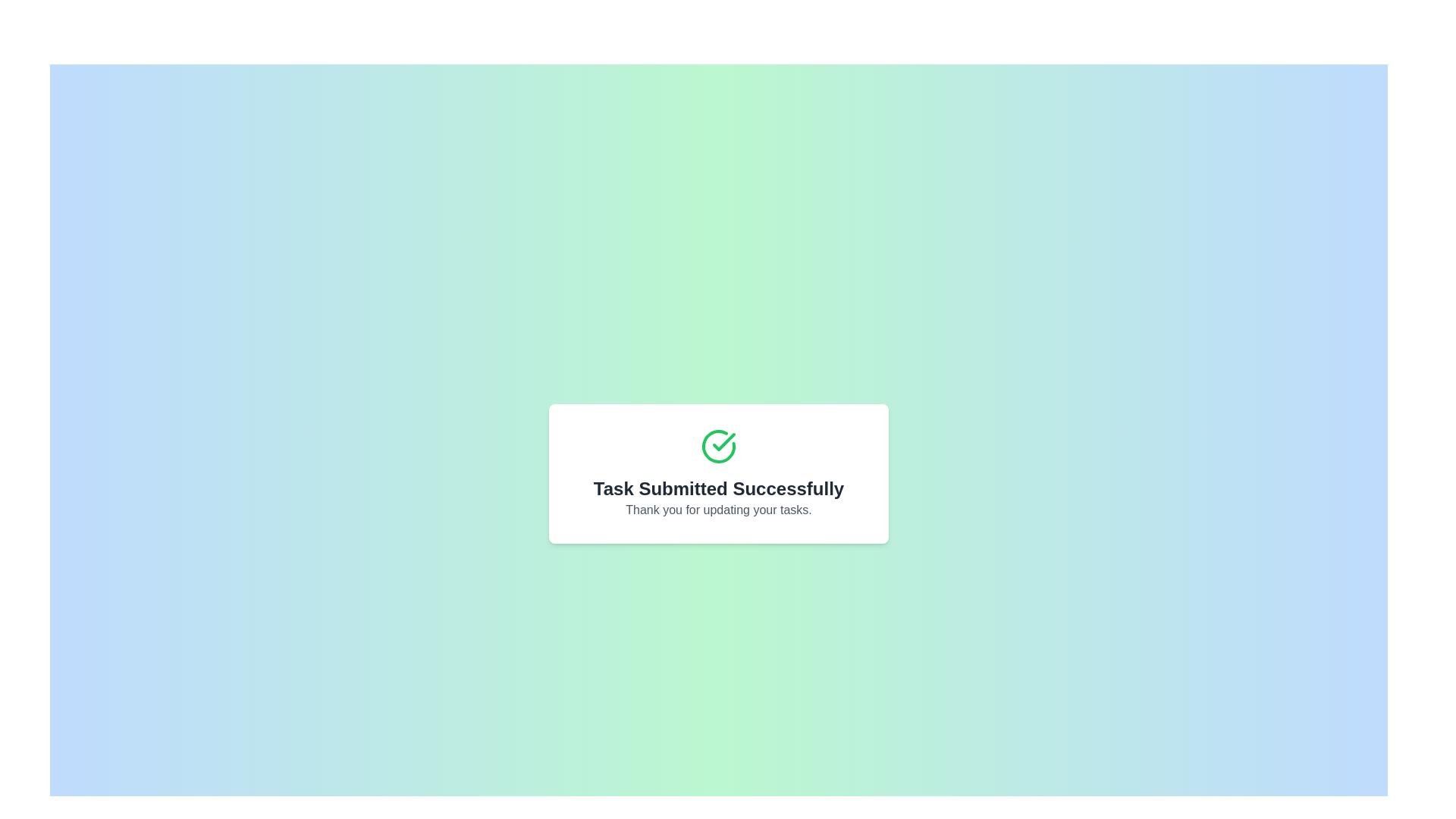 Image resolution: width=1456 pixels, height=819 pixels. I want to click on the static text label that acknowledges the user for completing task updates, which is positioned below the 'Task Submitted Successfully' heading, so click(718, 510).